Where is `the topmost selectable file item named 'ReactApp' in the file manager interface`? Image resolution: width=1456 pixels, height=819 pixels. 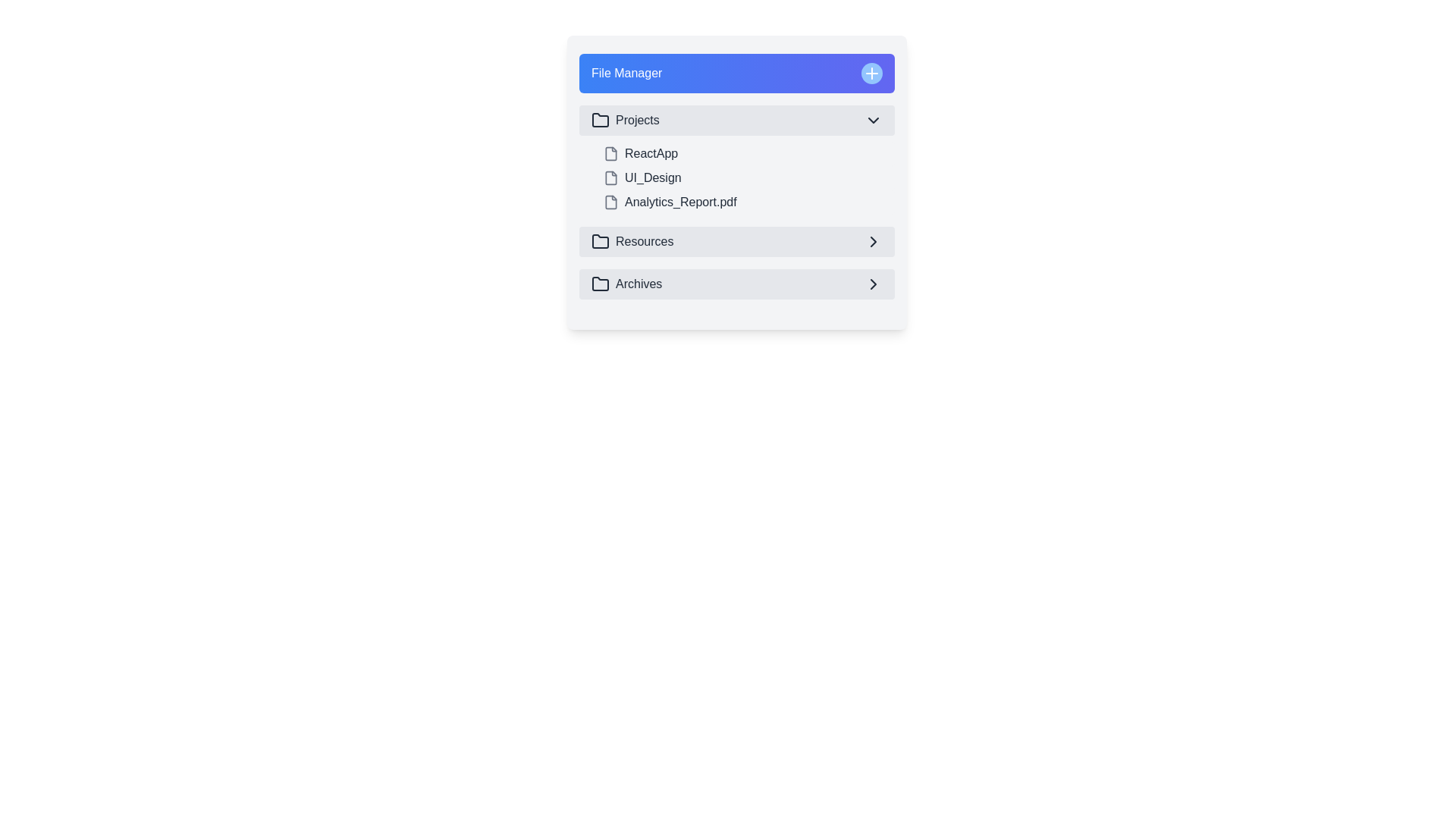
the topmost selectable file item named 'ReactApp' in the file manager interface is located at coordinates (745, 154).